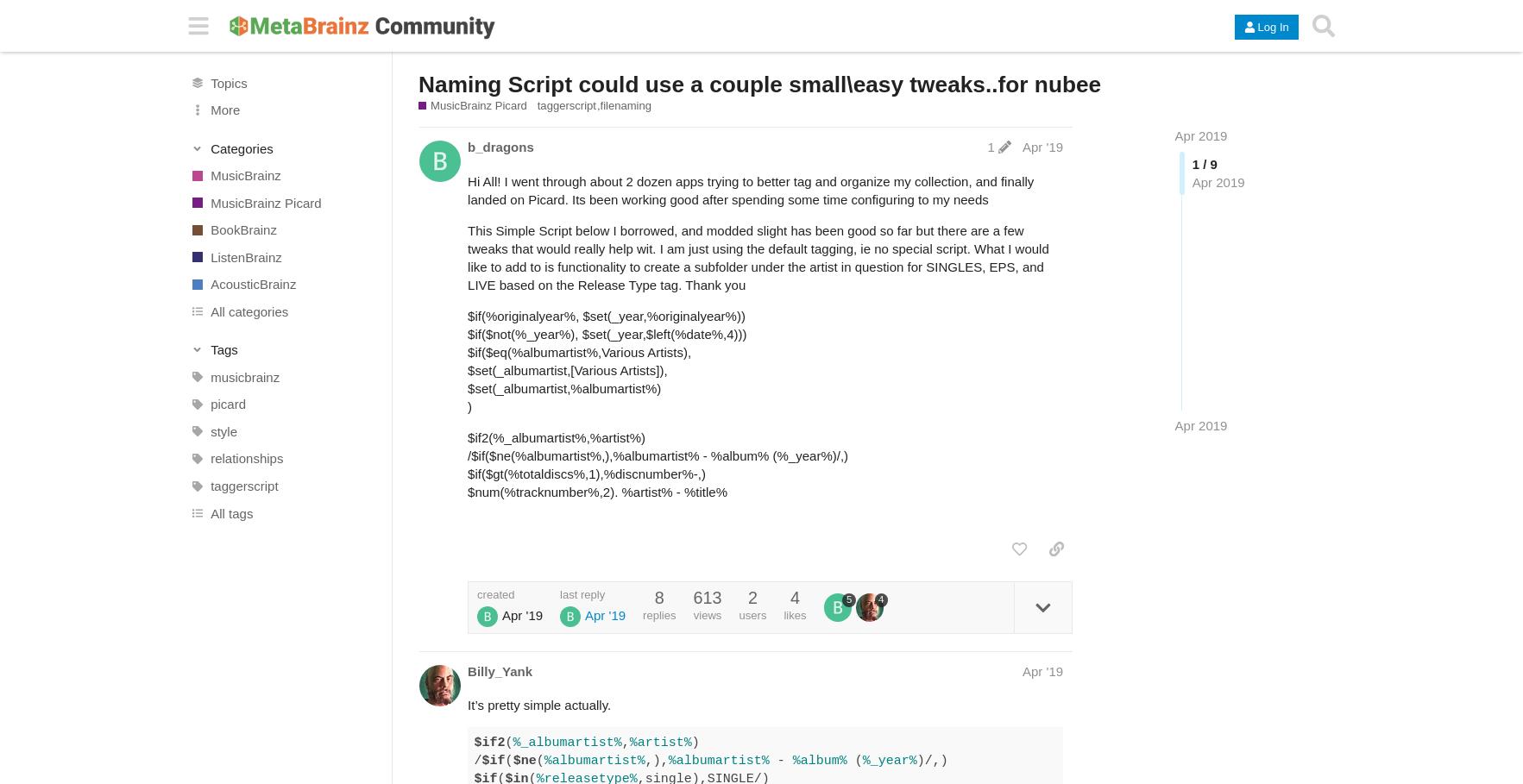  What do you see at coordinates (706, 614) in the screenshot?
I see `'views'` at bounding box center [706, 614].